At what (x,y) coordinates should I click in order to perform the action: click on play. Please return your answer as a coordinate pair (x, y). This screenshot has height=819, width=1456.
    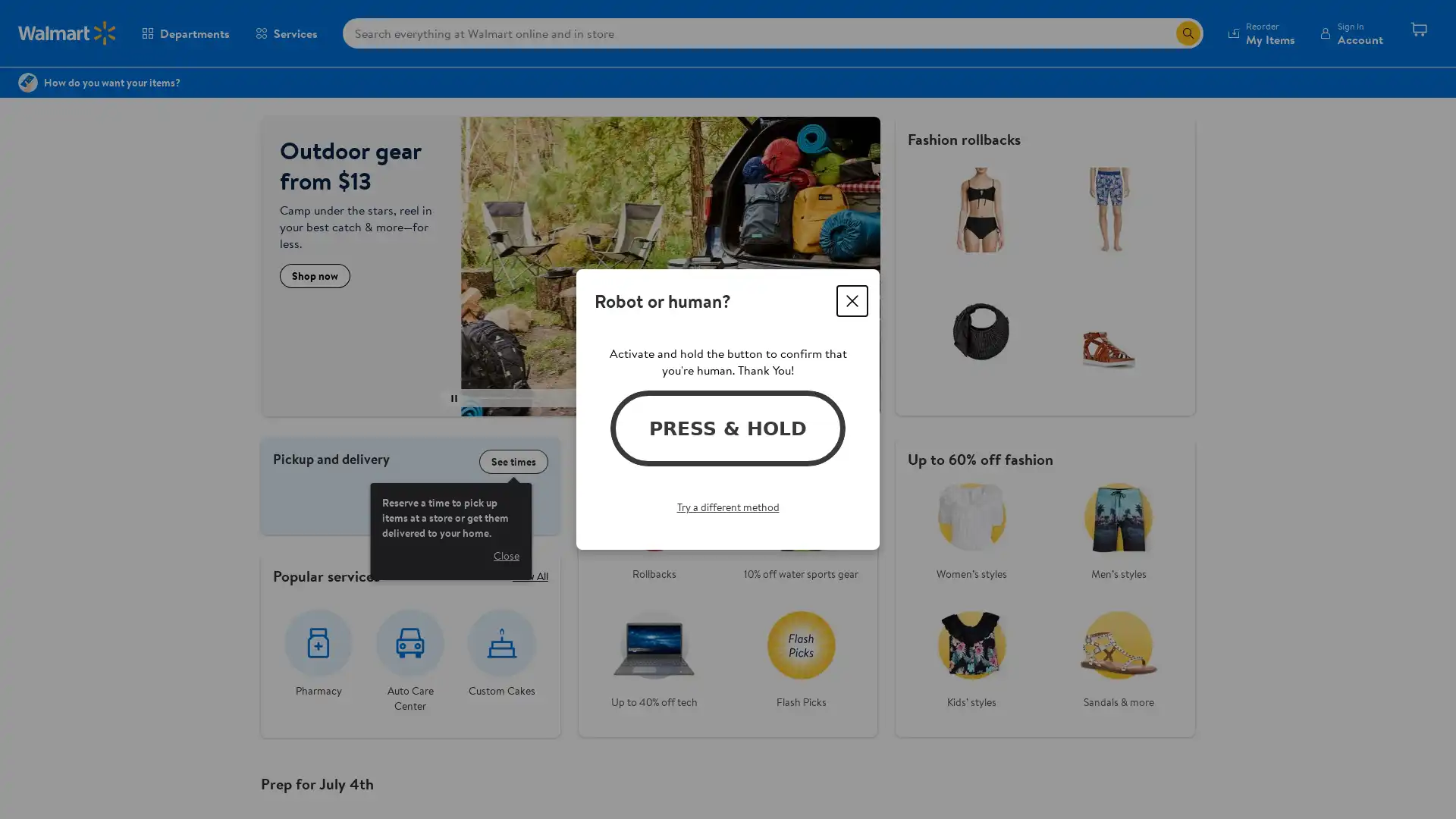
    Looking at the image, I should click on (453, 397).